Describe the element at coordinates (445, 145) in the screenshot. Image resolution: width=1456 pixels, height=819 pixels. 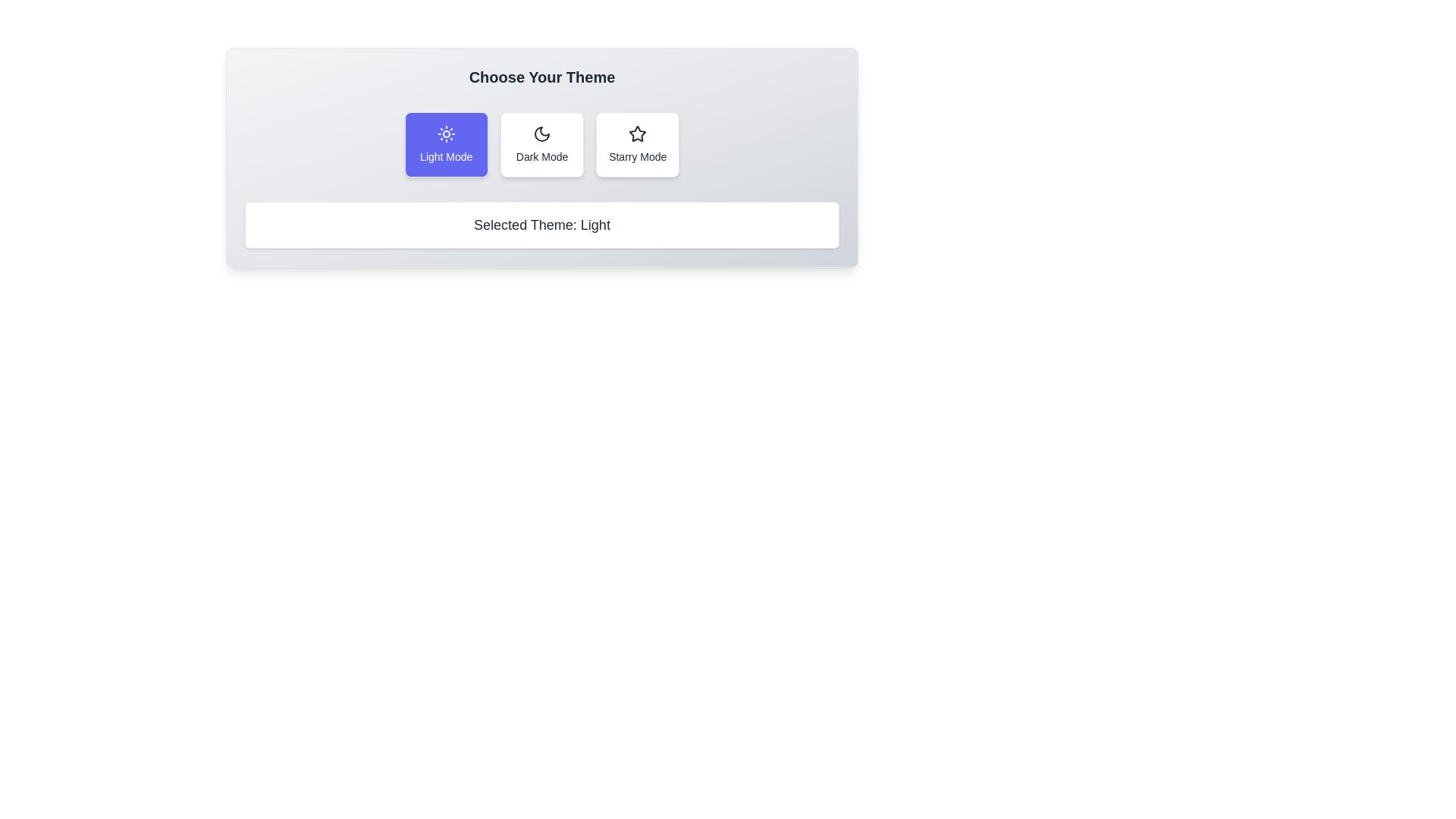
I see `the theme Light Mode by clicking the corresponding button` at that location.